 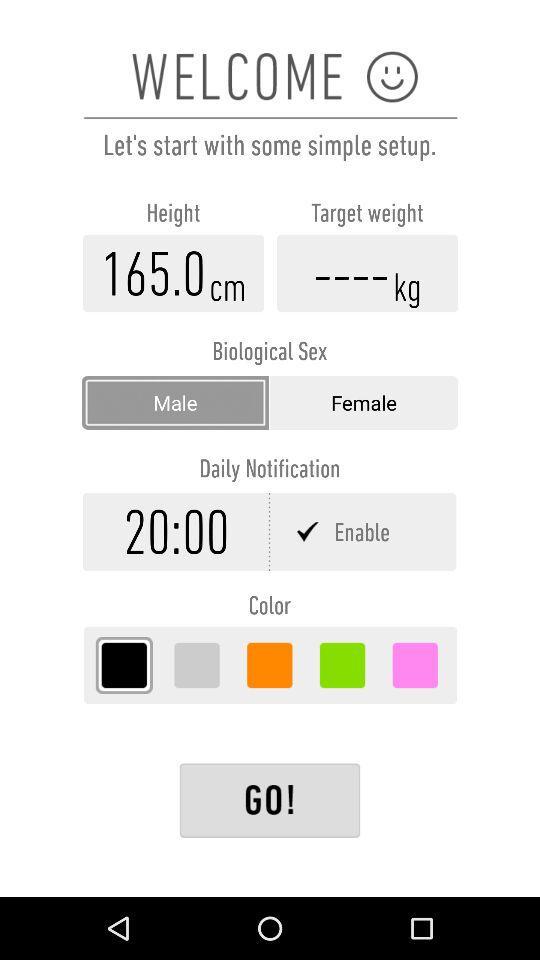 What do you see at coordinates (341, 665) in the screenshot?
I see `color option lime green` at bounding box center [341, 665].